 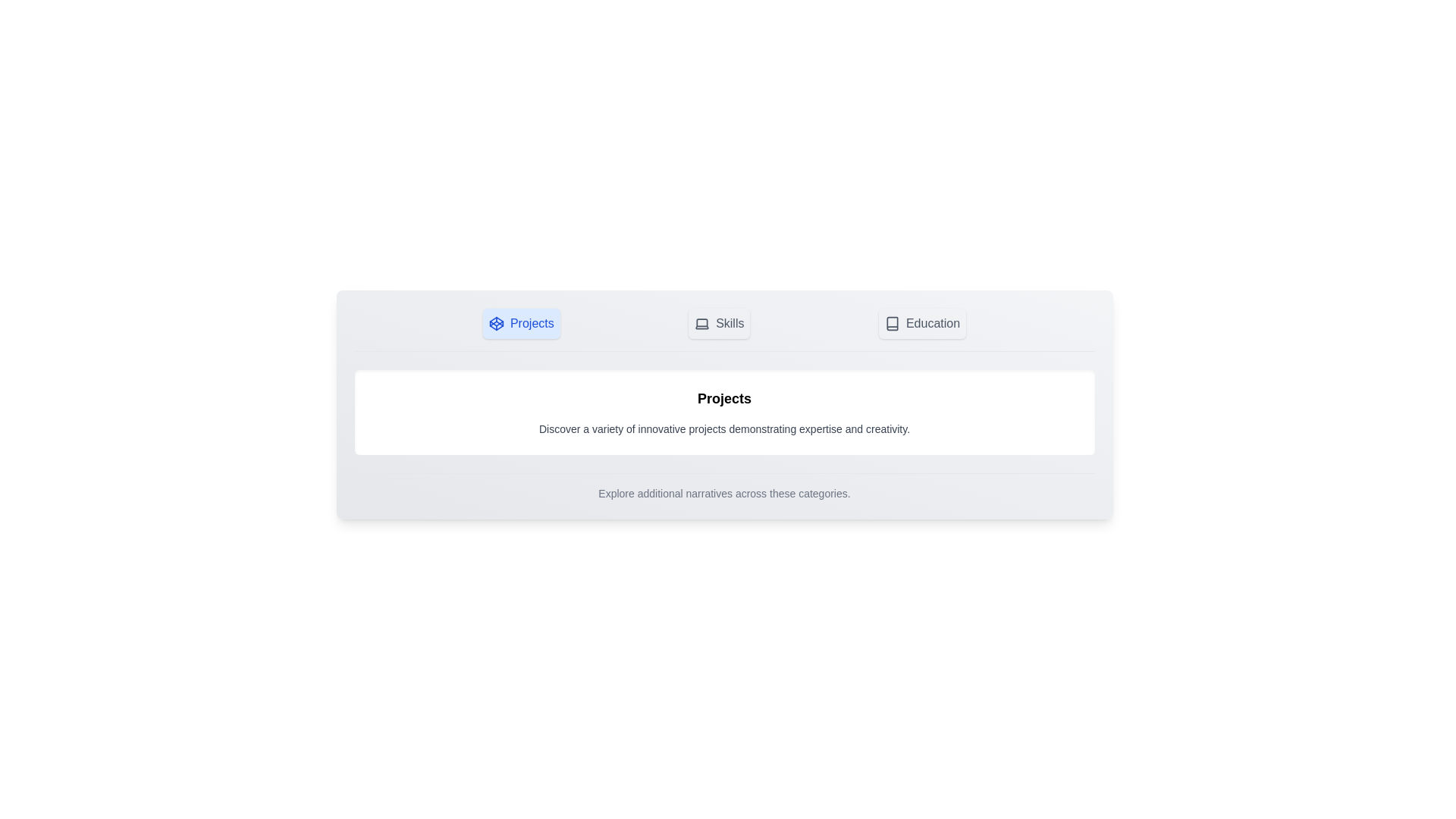 What do you see at coordinates (892, 323) in the screenshot?
I see `the 'Education' button by clicking on the icon to navigate or trigger an action` at bounding box center [892, 323].